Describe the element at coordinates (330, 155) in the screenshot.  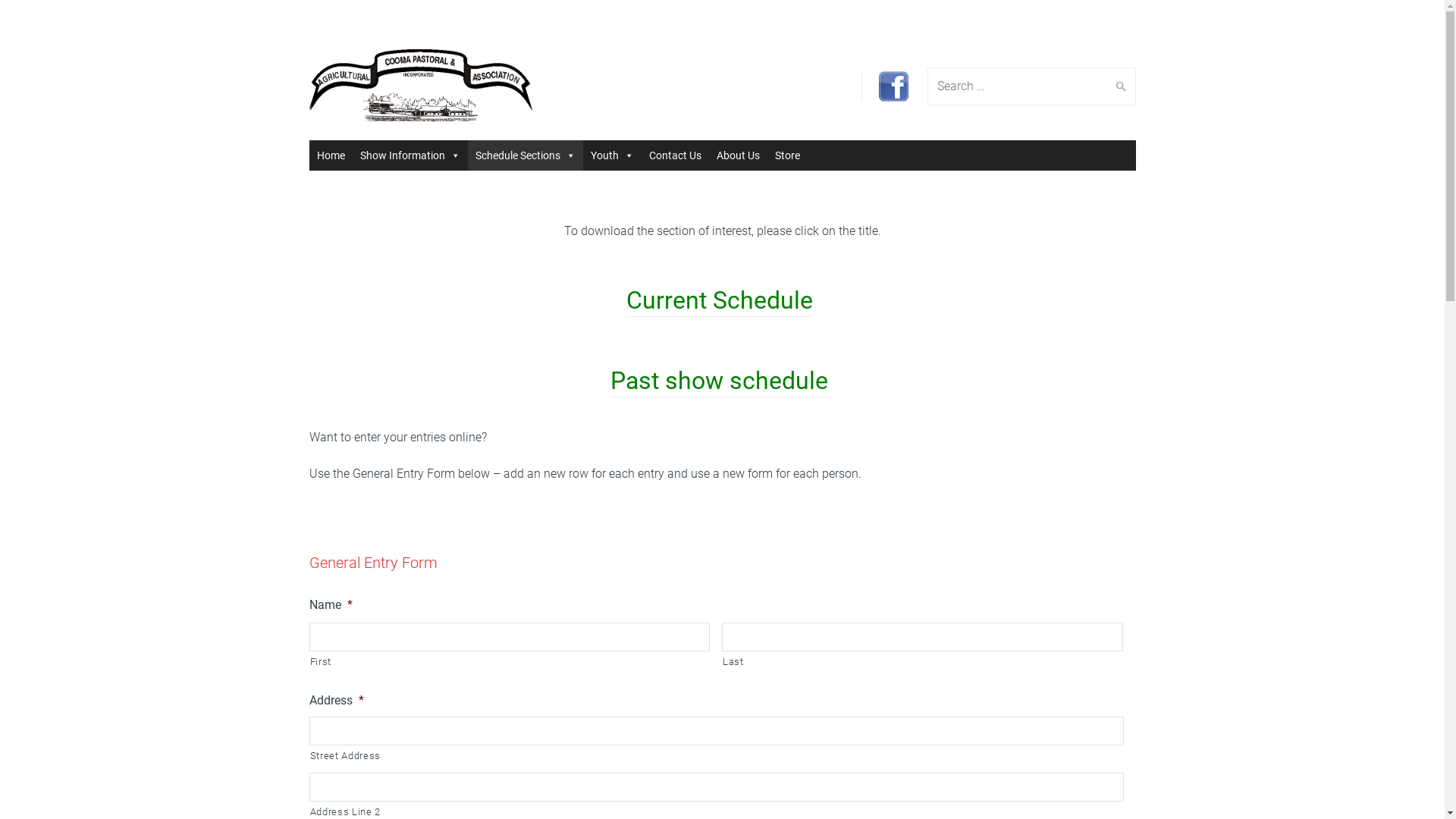
I see `'Home'` at that location.